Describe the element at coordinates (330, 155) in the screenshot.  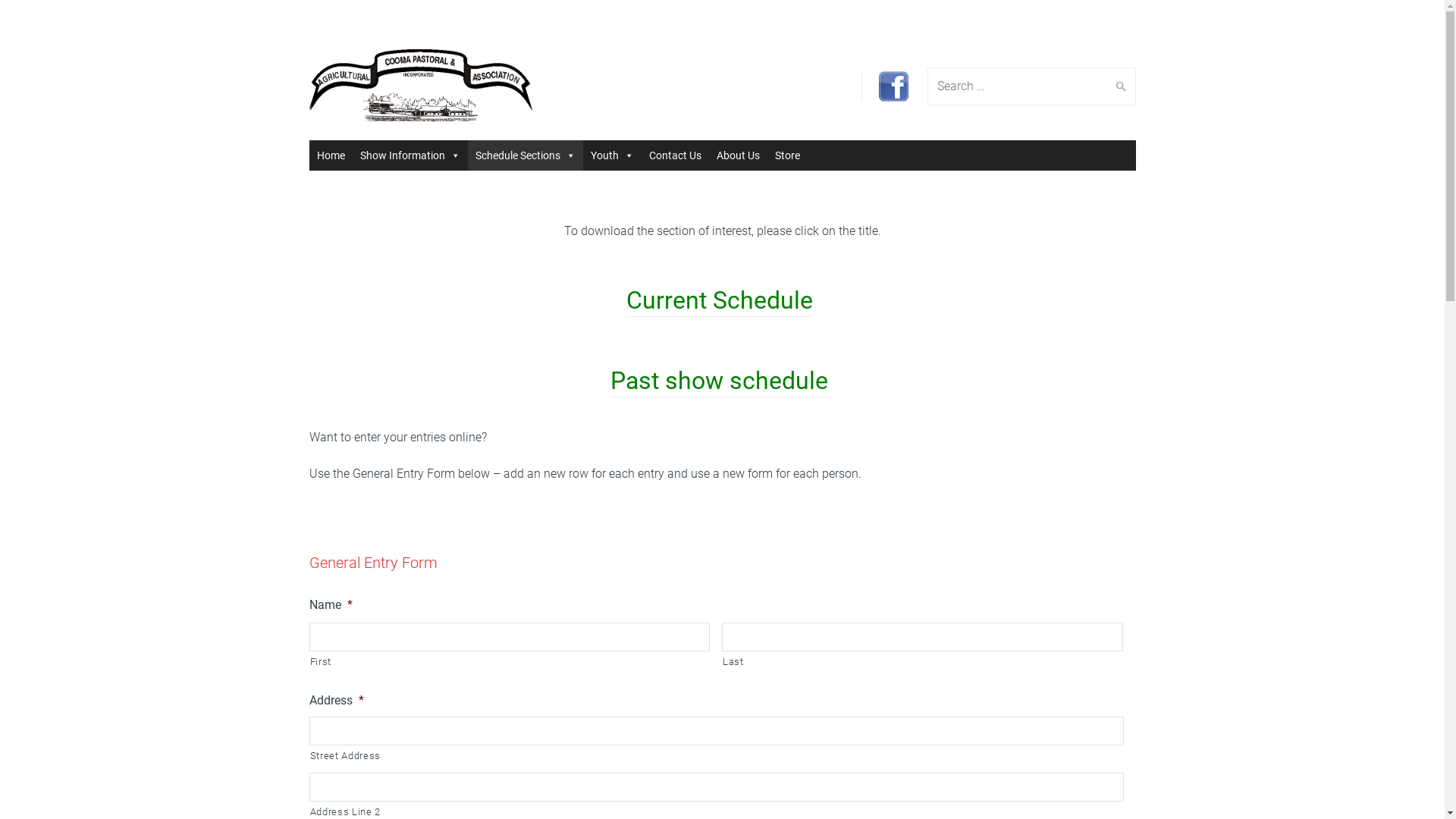
I see `'Home'` at that location.